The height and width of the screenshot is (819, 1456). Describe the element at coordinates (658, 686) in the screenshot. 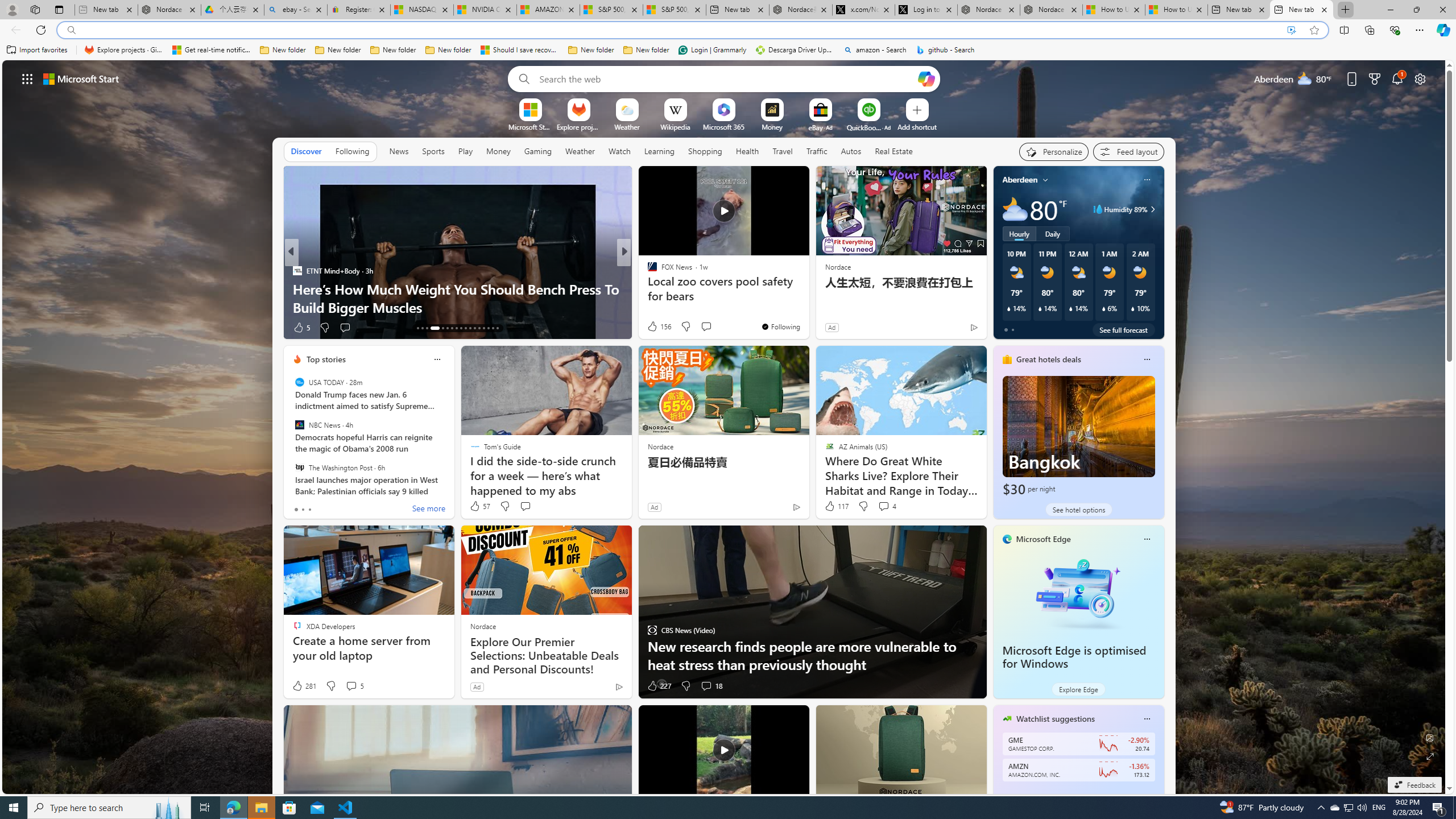

I see `'227 Like'` at that location.